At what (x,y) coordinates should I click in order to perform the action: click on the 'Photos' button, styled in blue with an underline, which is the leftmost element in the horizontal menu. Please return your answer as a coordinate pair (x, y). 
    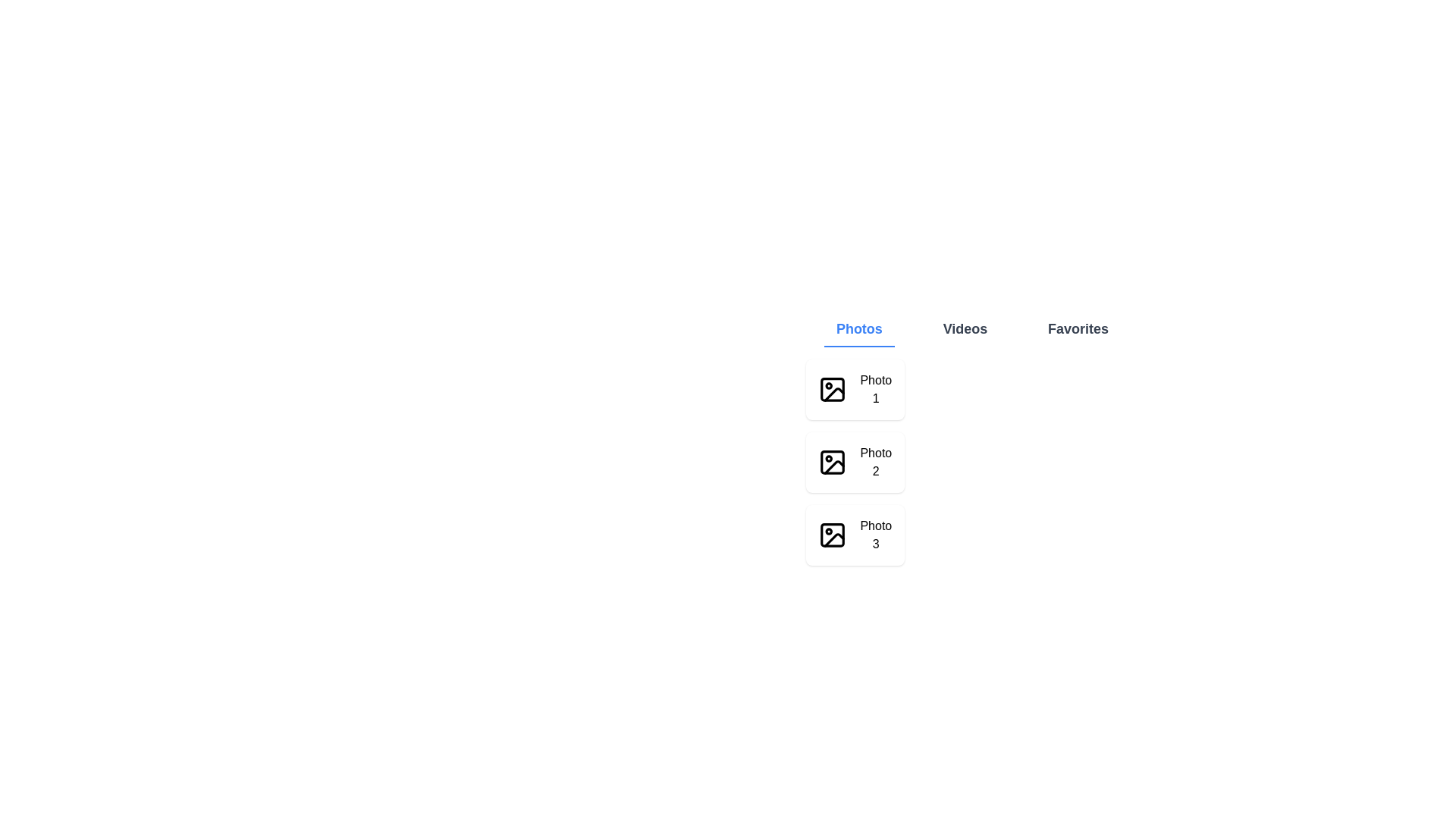
    Looking at the image, I should click on (858, 329).